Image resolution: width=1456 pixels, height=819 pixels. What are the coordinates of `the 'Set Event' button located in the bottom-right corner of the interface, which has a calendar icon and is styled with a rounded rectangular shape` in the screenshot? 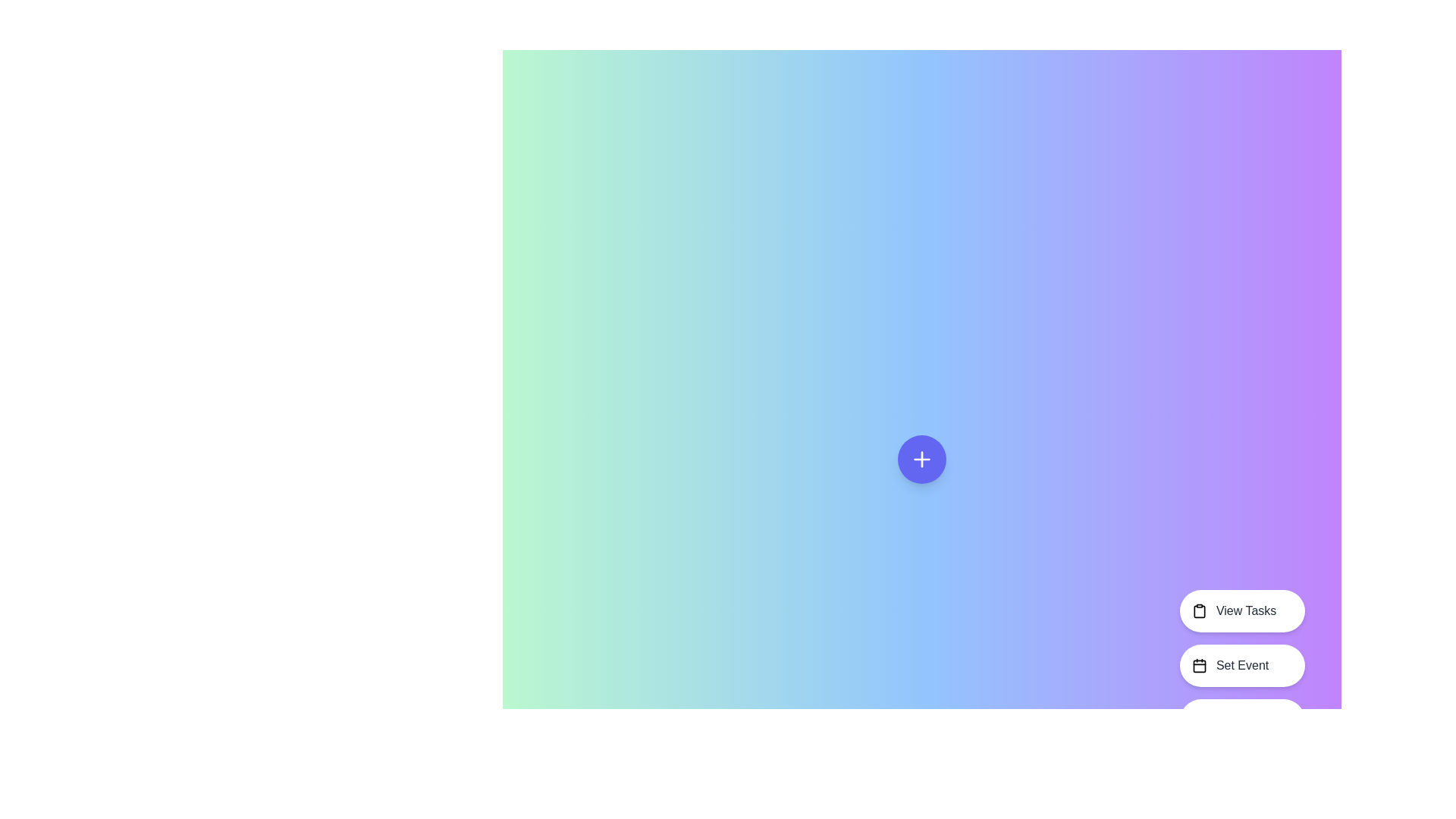 It's located at (1242, 665).